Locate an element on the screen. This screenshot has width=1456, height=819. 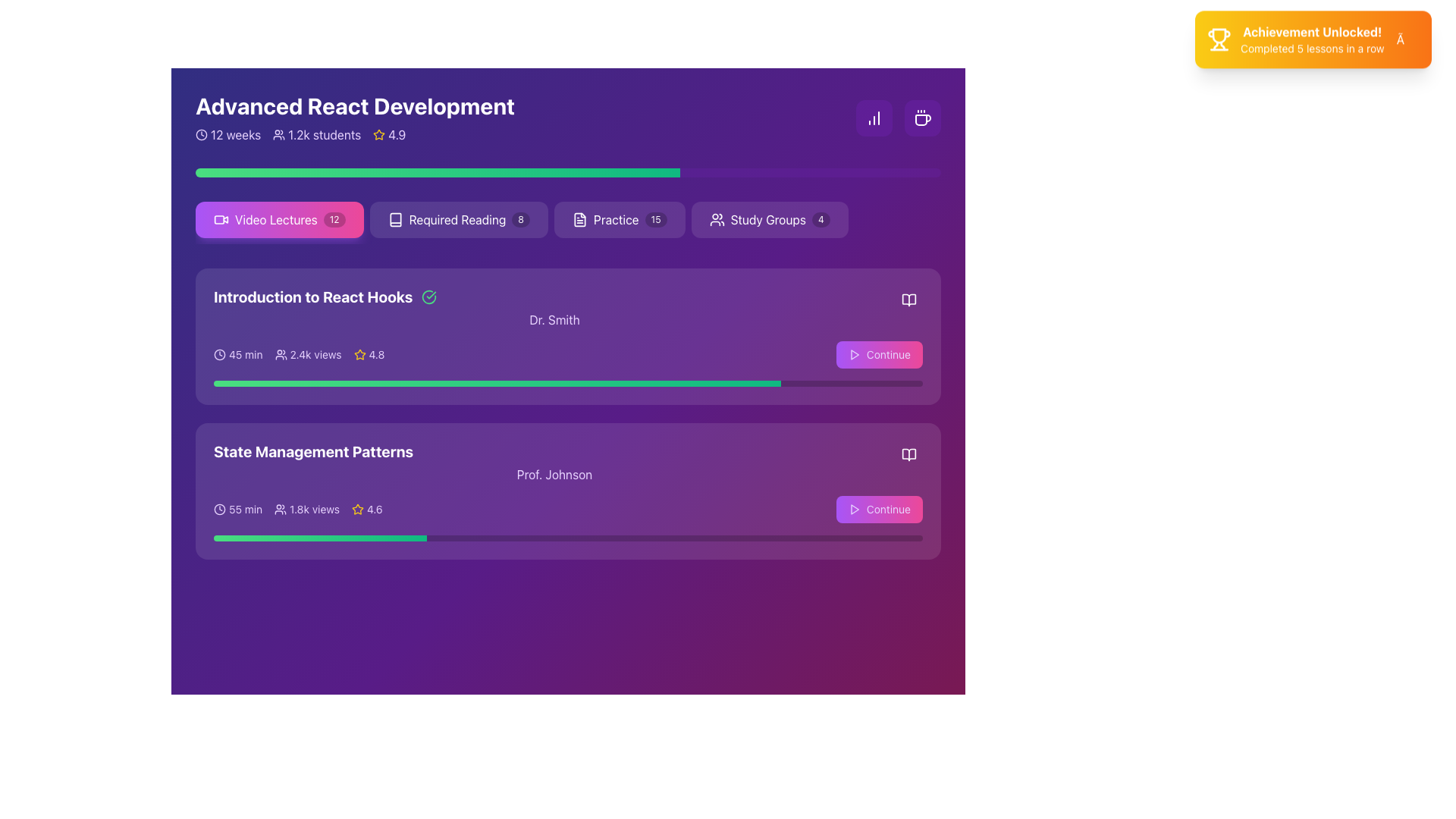
the yellow hollow star icon used for ratings, located in the header section, to the right of '1.2k students' and before the rating value '4.9' is located at coordinates (379, 133).